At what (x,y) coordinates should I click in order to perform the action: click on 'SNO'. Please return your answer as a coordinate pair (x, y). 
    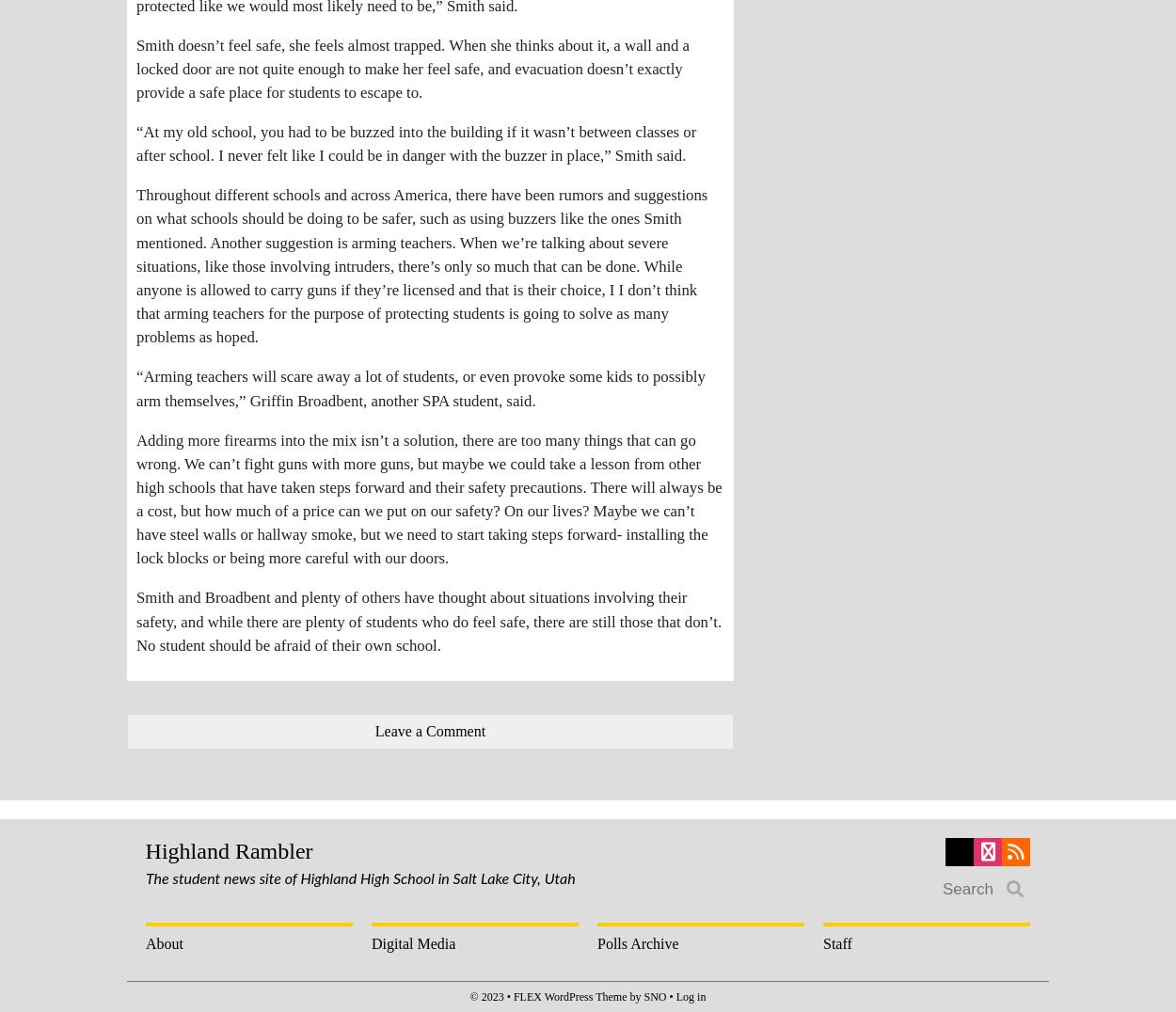
    Looking at the image, I should click on (654, 995).